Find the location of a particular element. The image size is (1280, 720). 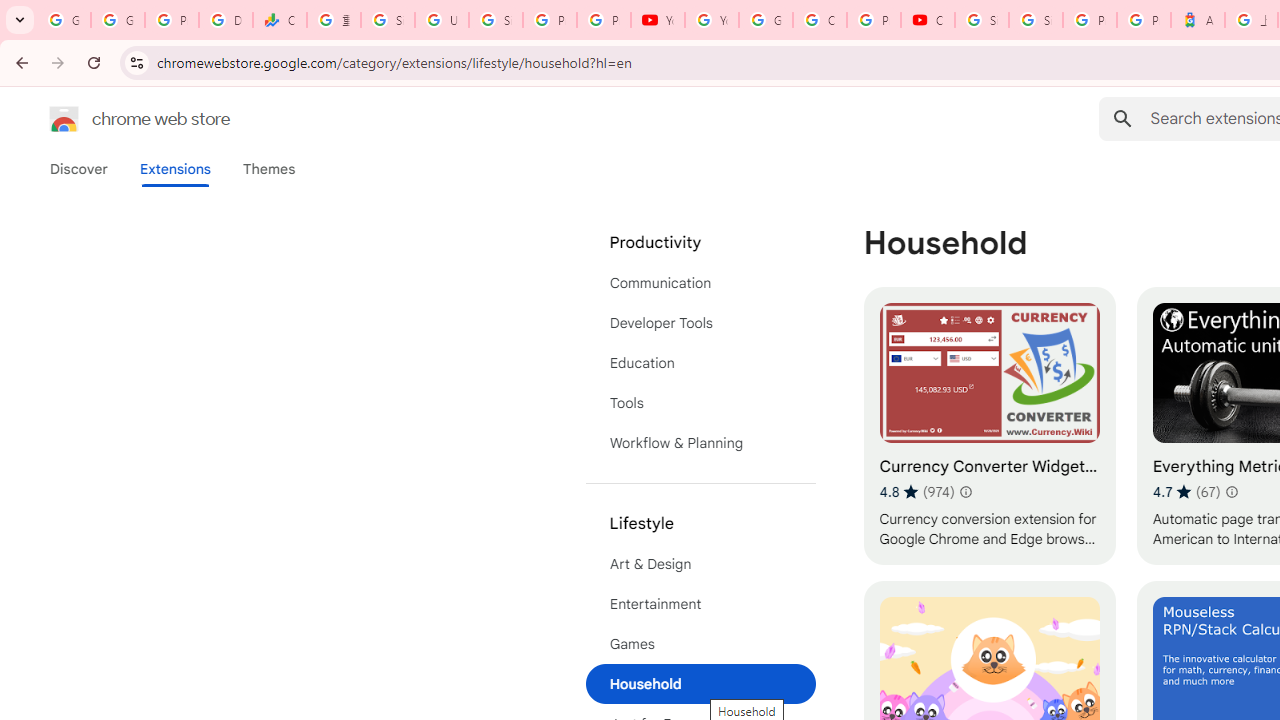

'Currencies - Google Finance' is located at coordinates (279, 20).